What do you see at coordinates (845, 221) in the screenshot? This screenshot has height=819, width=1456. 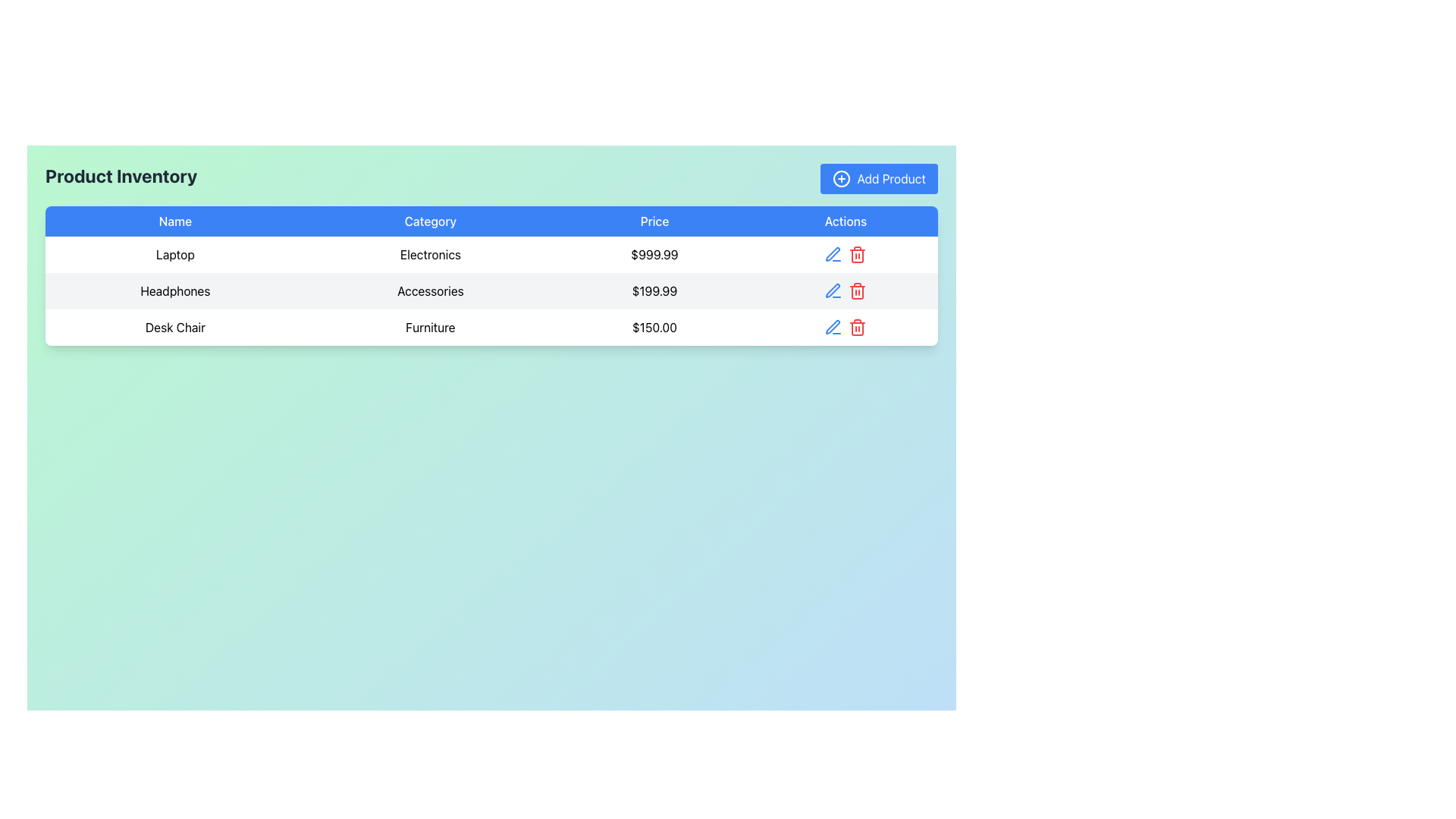 I see `the 'Actions' label in the table header, which is displayed in white font on a blue background and is the rightmost header in the row` at bounding box center [845, 221].